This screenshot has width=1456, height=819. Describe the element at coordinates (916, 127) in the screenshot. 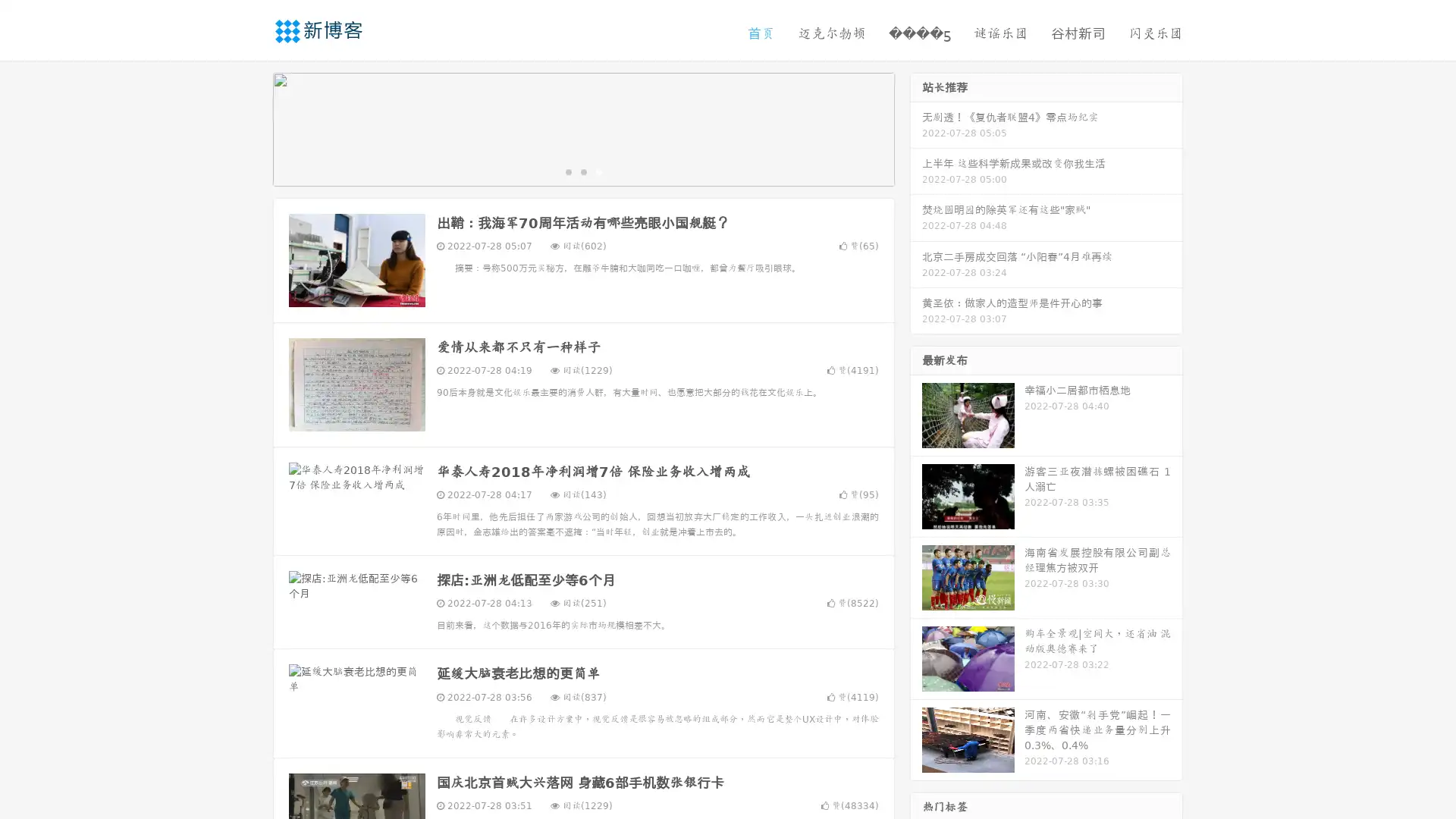

I see `Next slide` at that location.